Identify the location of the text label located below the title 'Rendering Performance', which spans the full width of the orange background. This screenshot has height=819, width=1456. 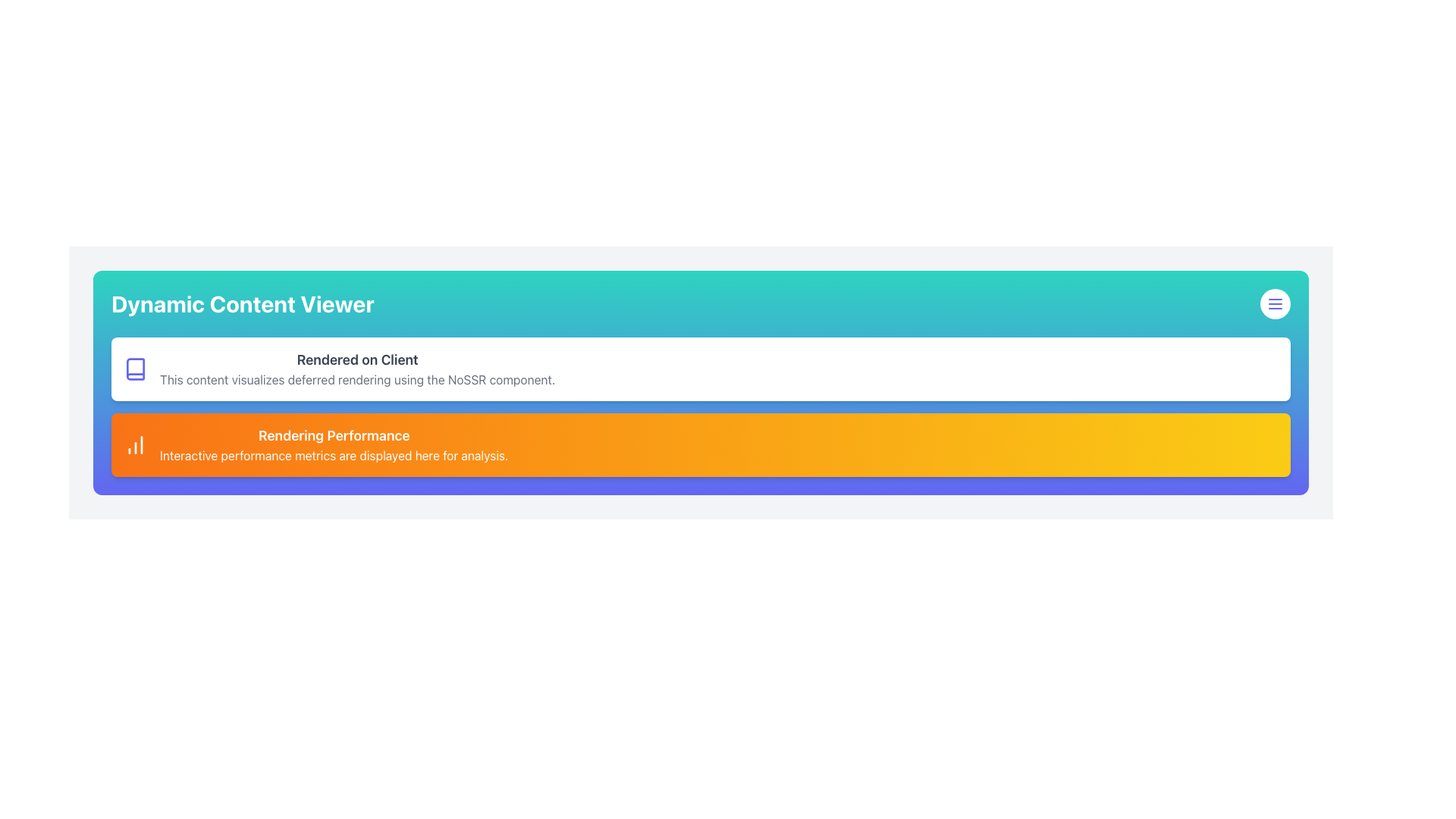
(333, 455).